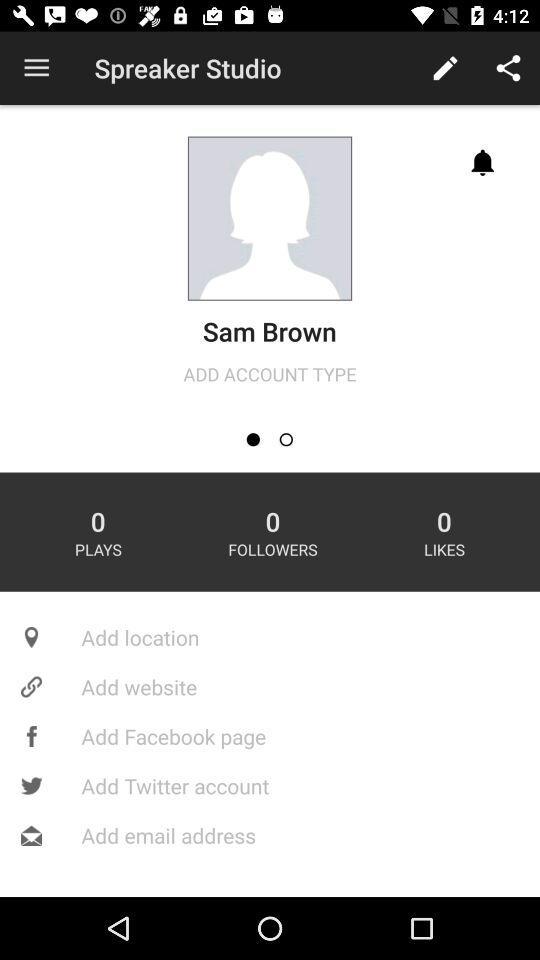 The height and width of the screenshot is (960, 540). Describe the element at coordinates (253, 439) in the screenshot. I see `the icon above followers icon` at that location.